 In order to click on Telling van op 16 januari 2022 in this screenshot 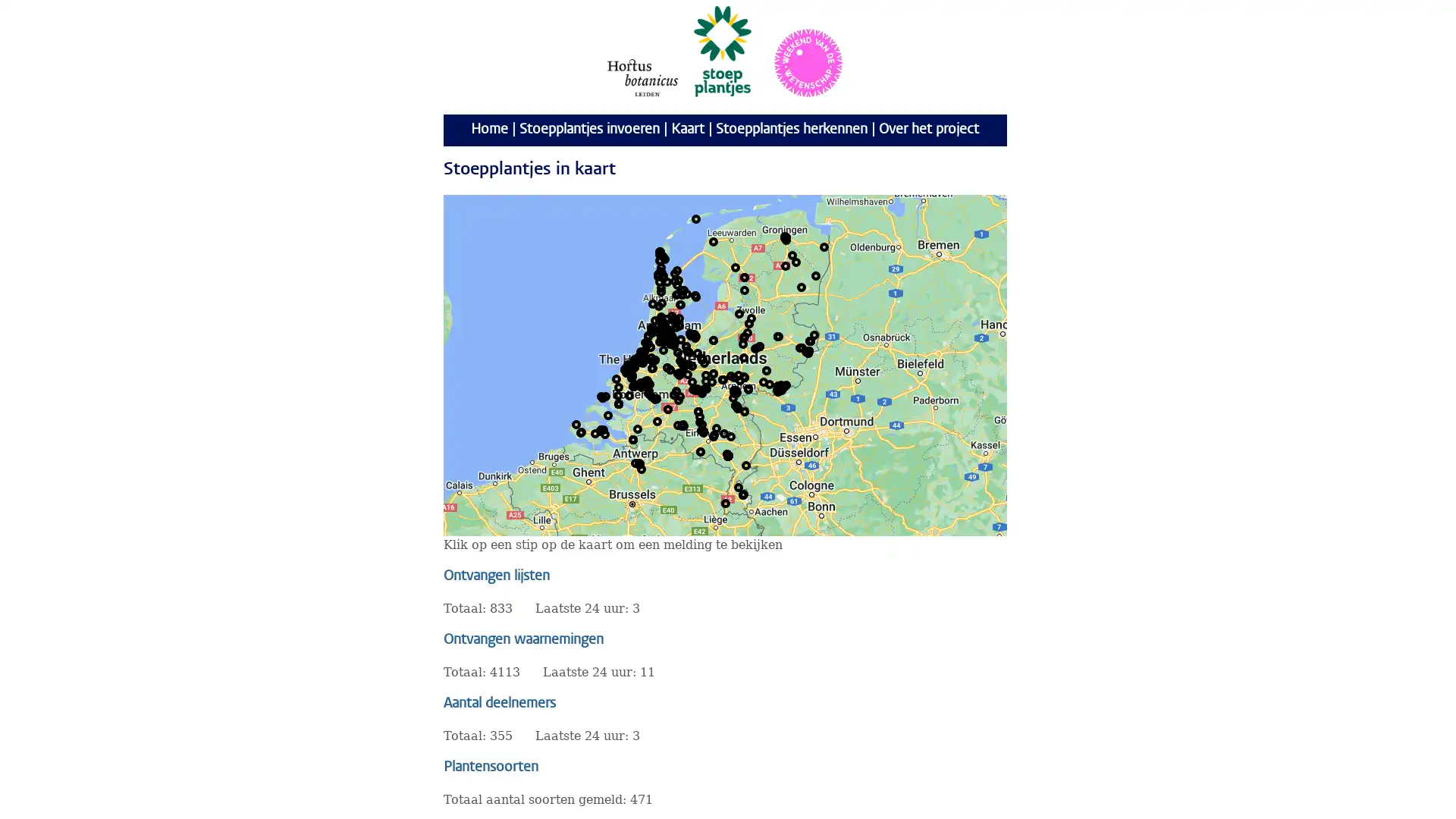, I will do `click(665, 329)`.